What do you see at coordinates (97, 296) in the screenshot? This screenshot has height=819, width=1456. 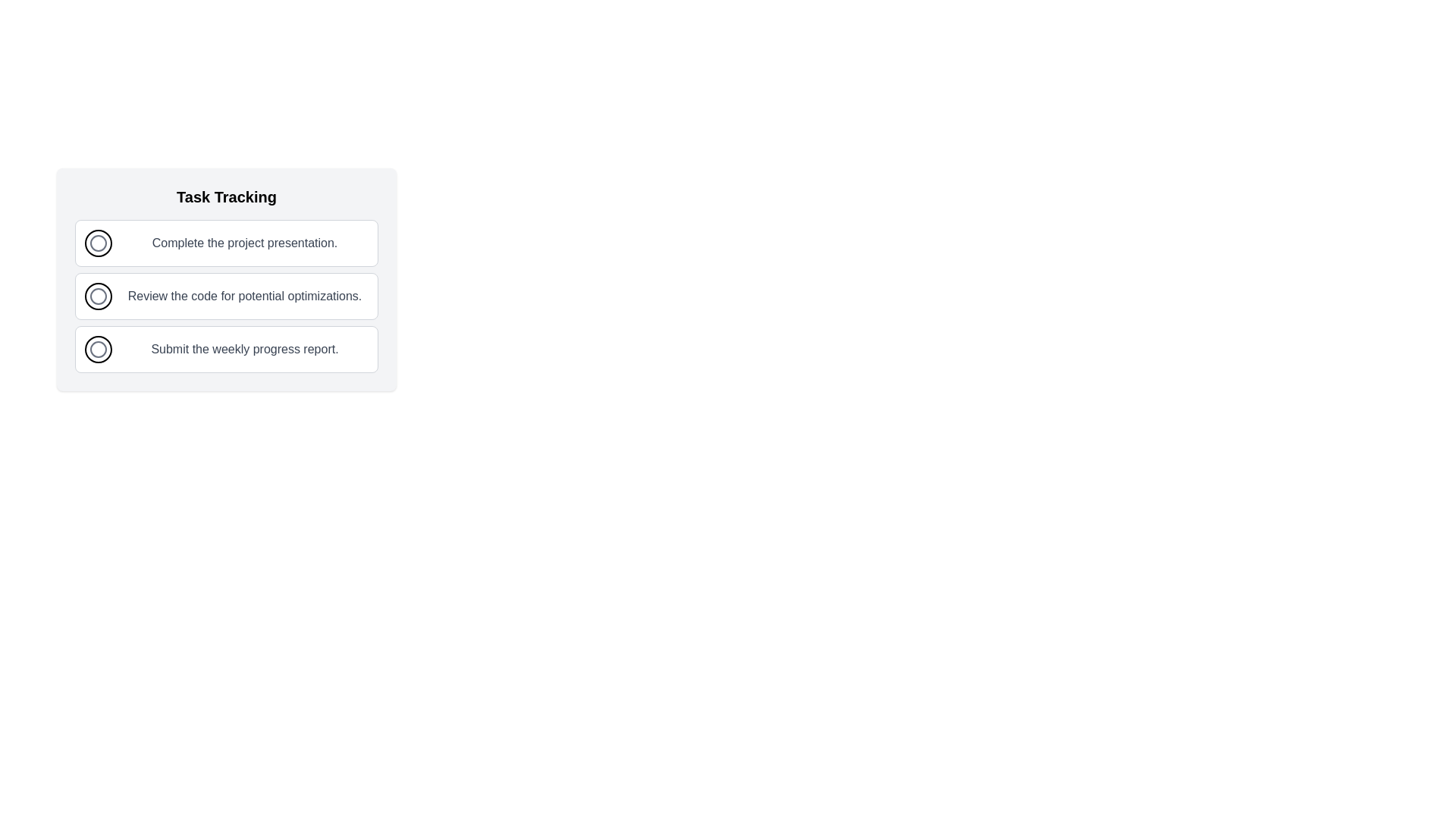 I see `the circular graphic status indicator next to the task 'Review the code for potential optimizations' in the 'Task Tracking' section` at bounding box center [97, 296].